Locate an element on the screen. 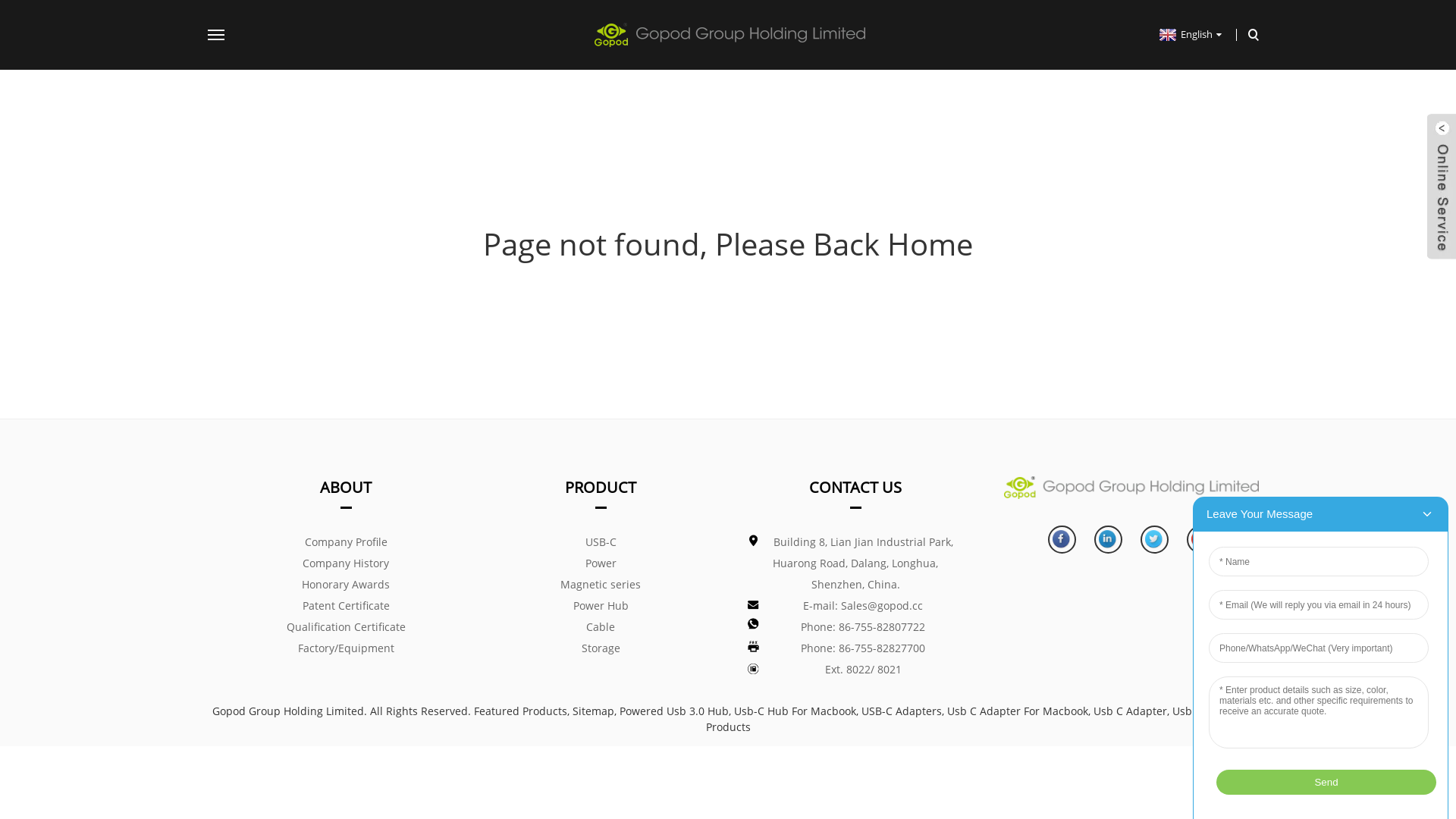 This screenshot has width=1456, height=819. 'Honorary Awards' is located at coordinates (345, 584).